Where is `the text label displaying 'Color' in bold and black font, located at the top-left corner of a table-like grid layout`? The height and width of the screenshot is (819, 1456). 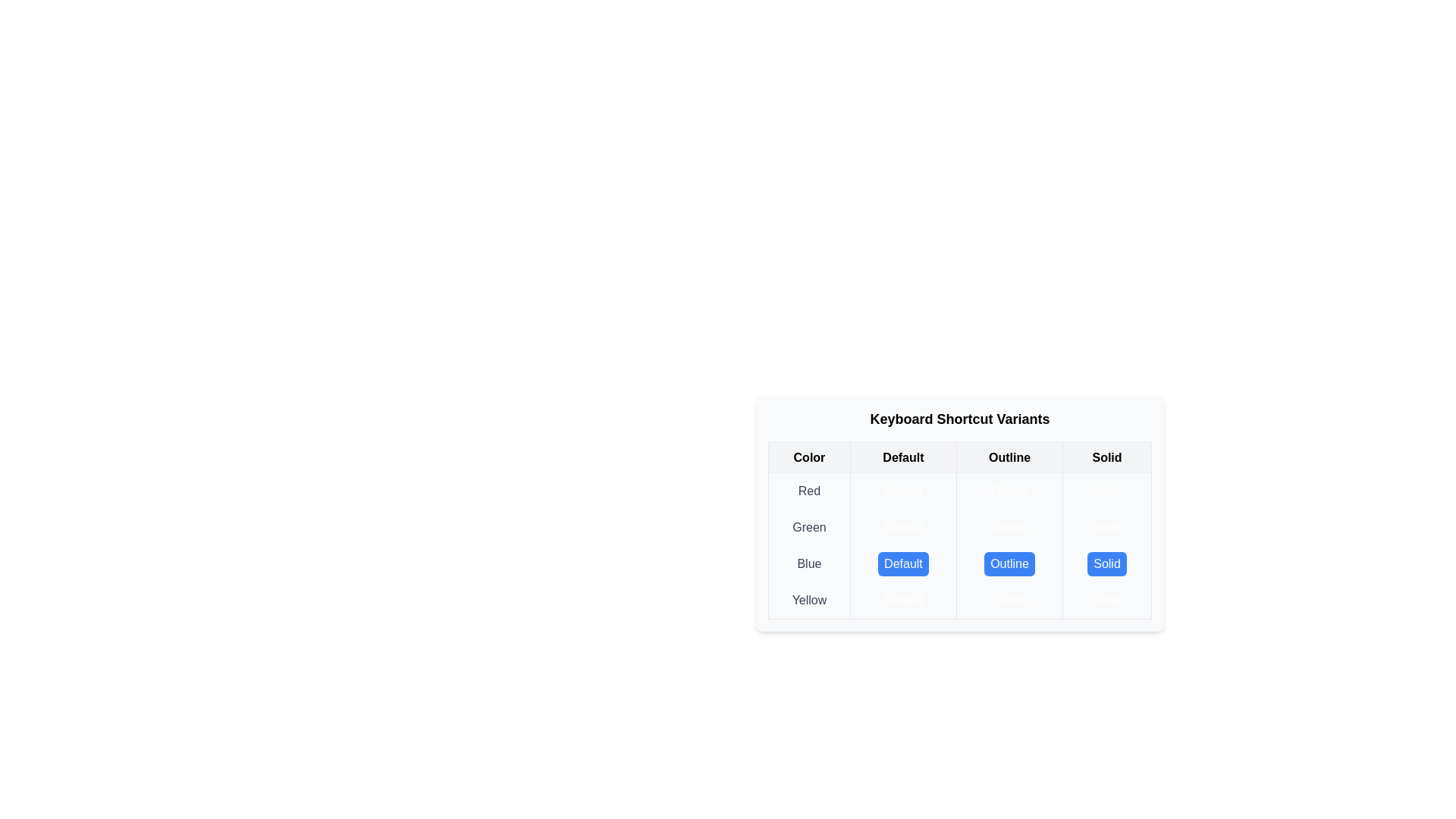
the text label displaying 'Color' in bold and black font, located at the top-left corner of a table-like grid layout is located at coordinates (808, 457).